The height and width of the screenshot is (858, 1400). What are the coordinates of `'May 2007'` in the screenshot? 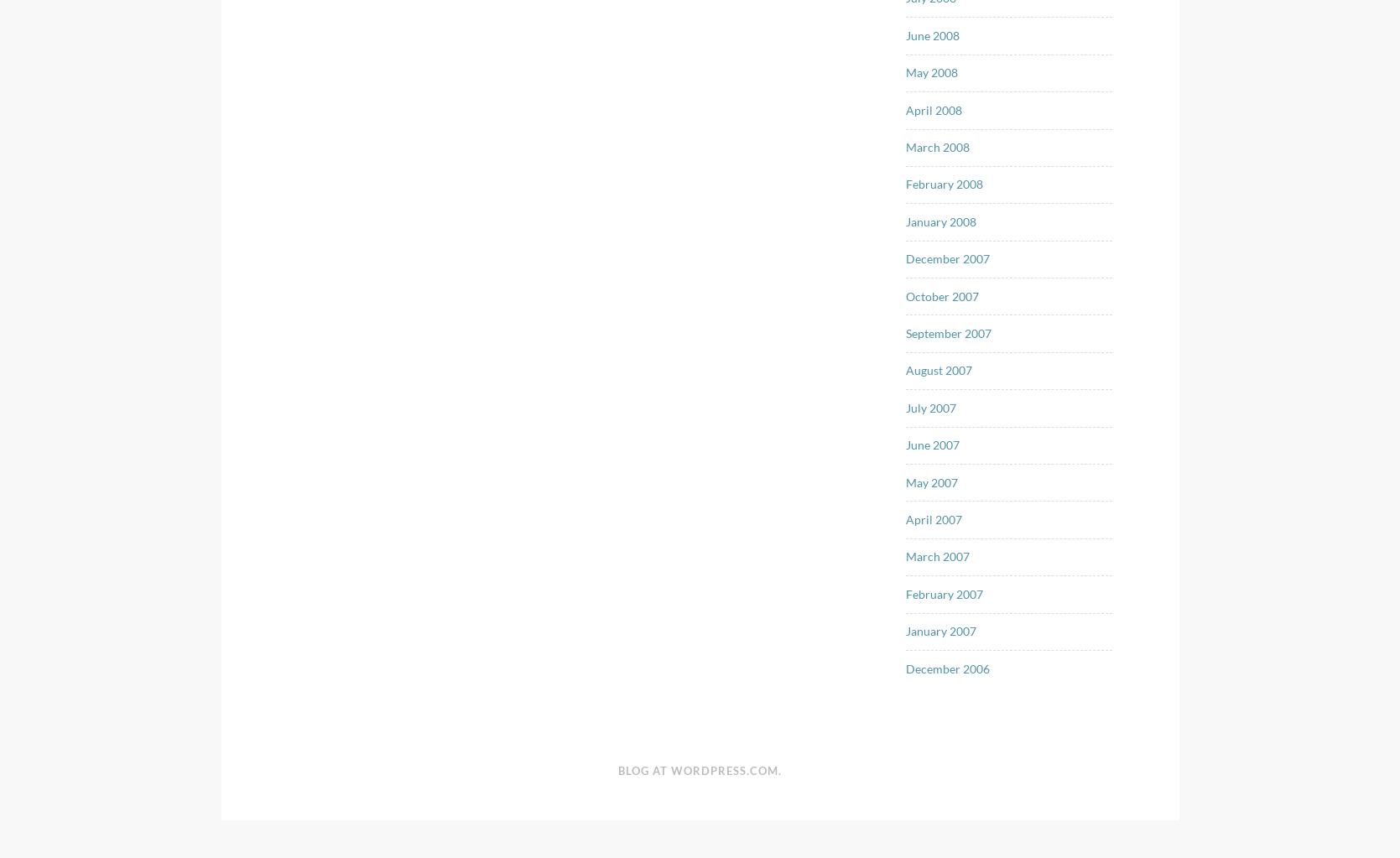 It's located at (932, 481).